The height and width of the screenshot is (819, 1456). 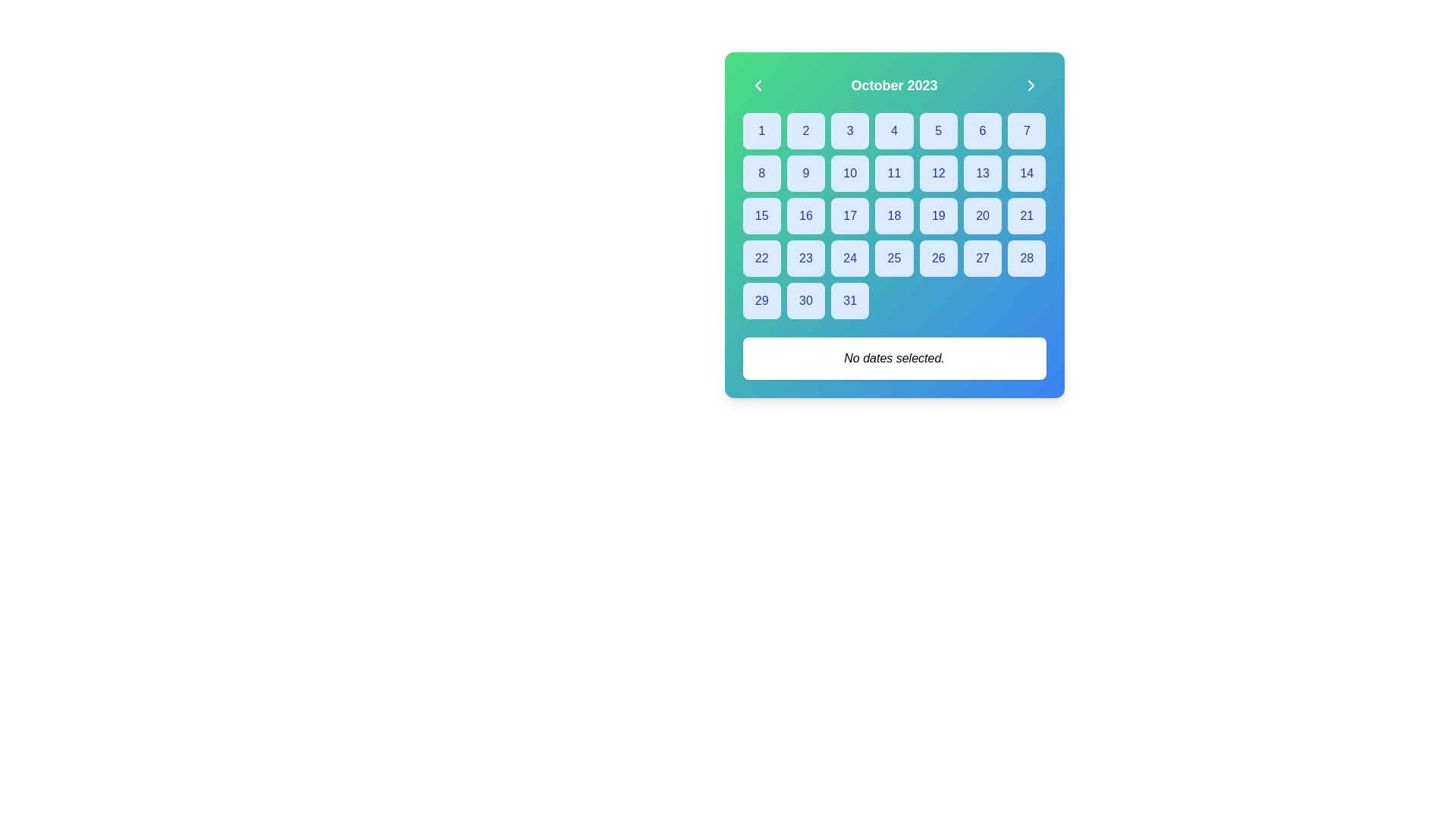 What do you see at coordinates (805, 216) in the screenshot?
I see `the selectable date button located in the fourth row and second column of the calendar interface` at bounding box center [805, 216].